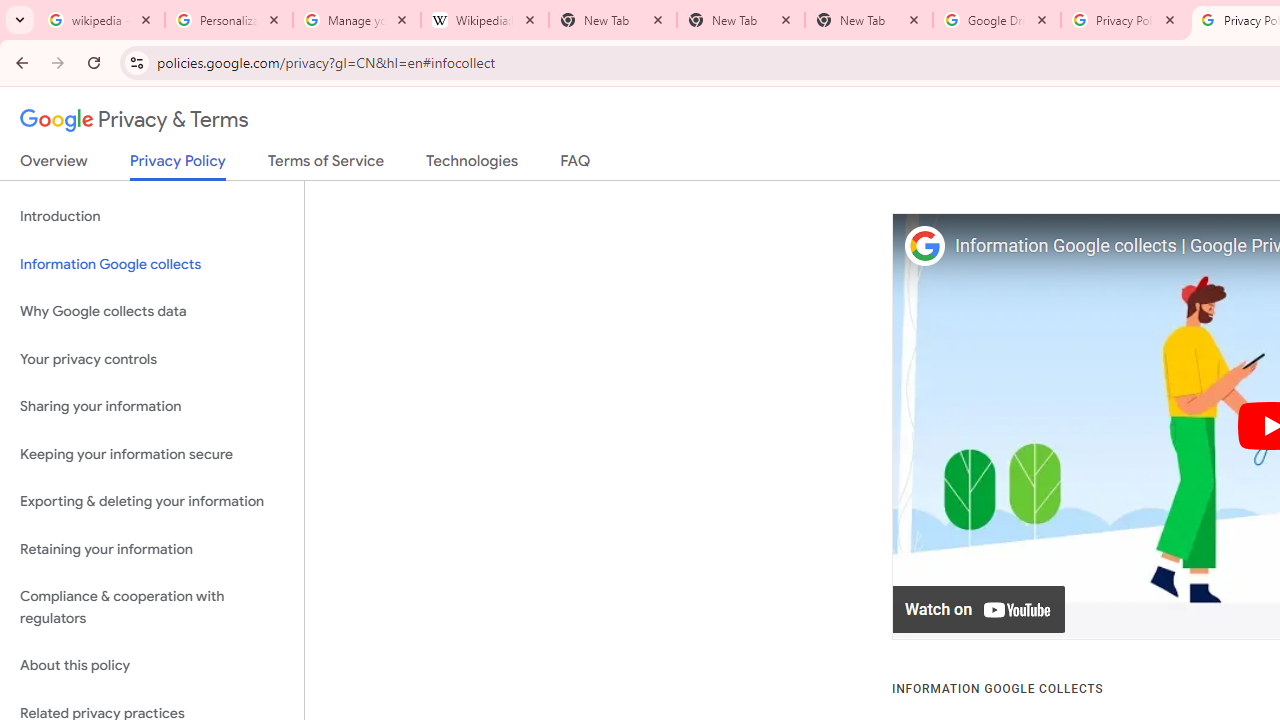 The width and height of the screenshot is (1280, 720). What do you see at coordinates (997, 20) in the screenshot?
I see `'Google Drive: Sign-in'` at bounding box center [997, 20].